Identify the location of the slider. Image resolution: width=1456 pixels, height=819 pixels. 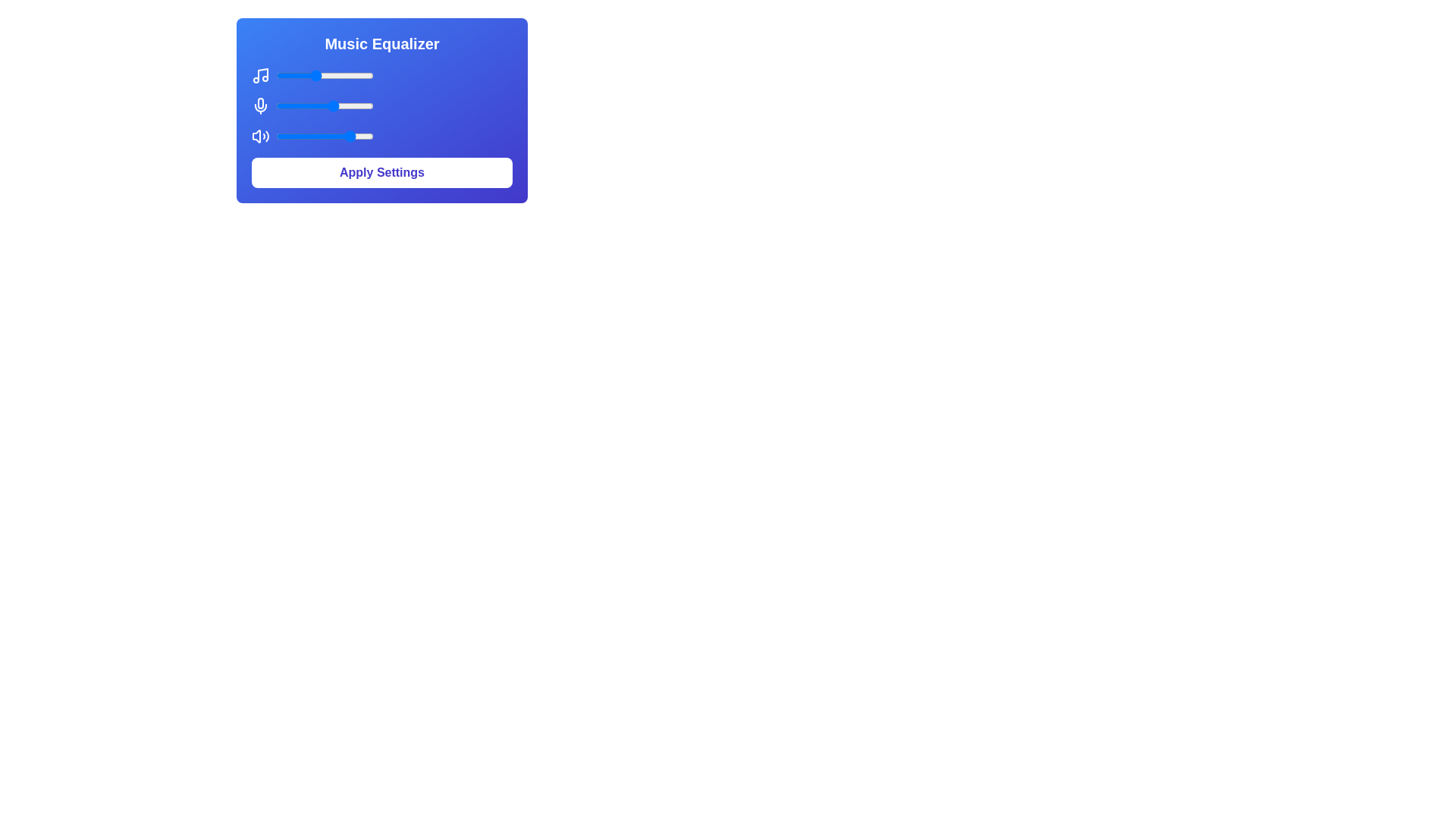
(359, 105).